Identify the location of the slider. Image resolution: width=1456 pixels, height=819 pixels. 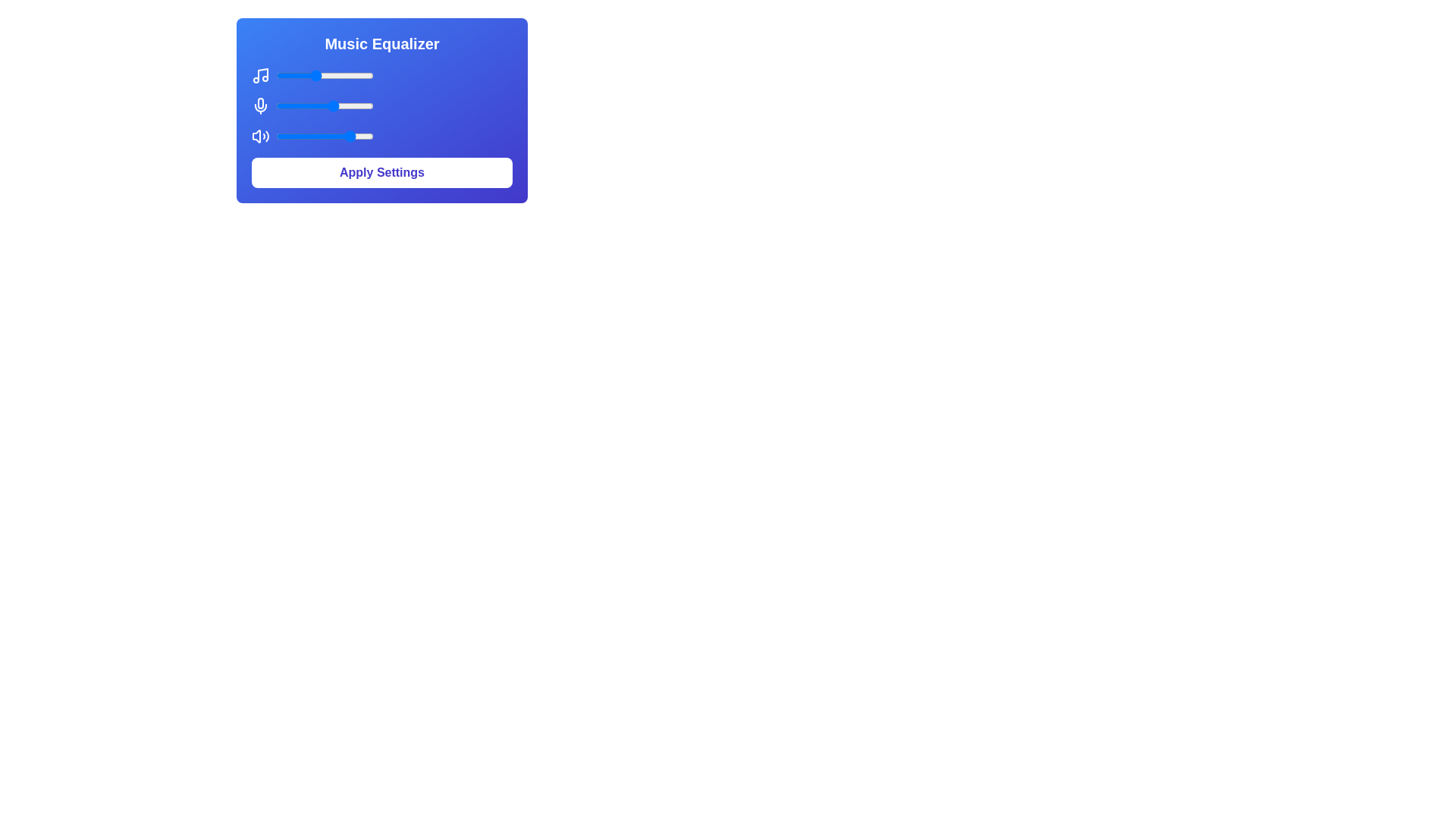
(359, 105).